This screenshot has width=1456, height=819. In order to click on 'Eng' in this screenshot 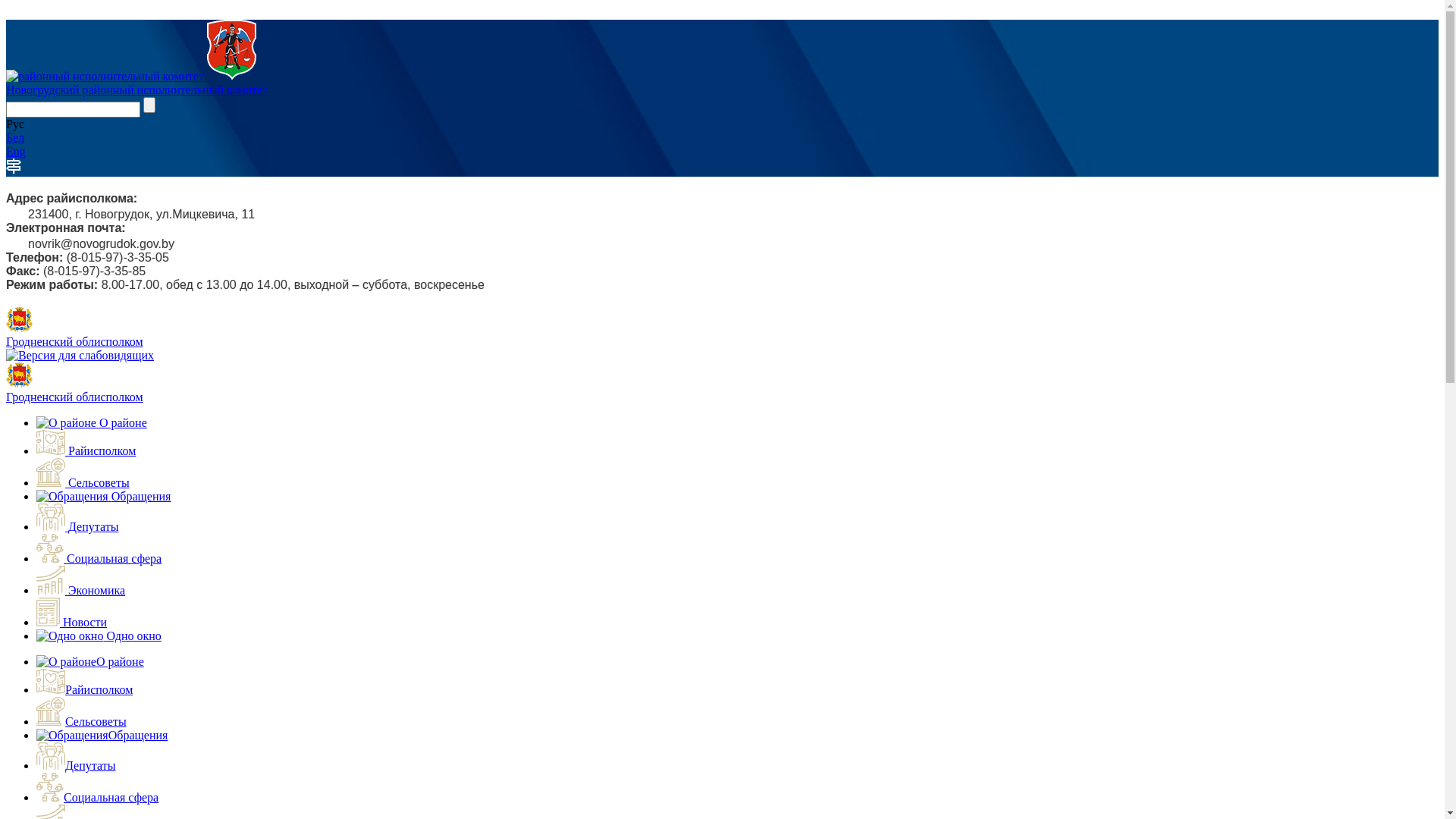, I will do `click(15, 151)`.